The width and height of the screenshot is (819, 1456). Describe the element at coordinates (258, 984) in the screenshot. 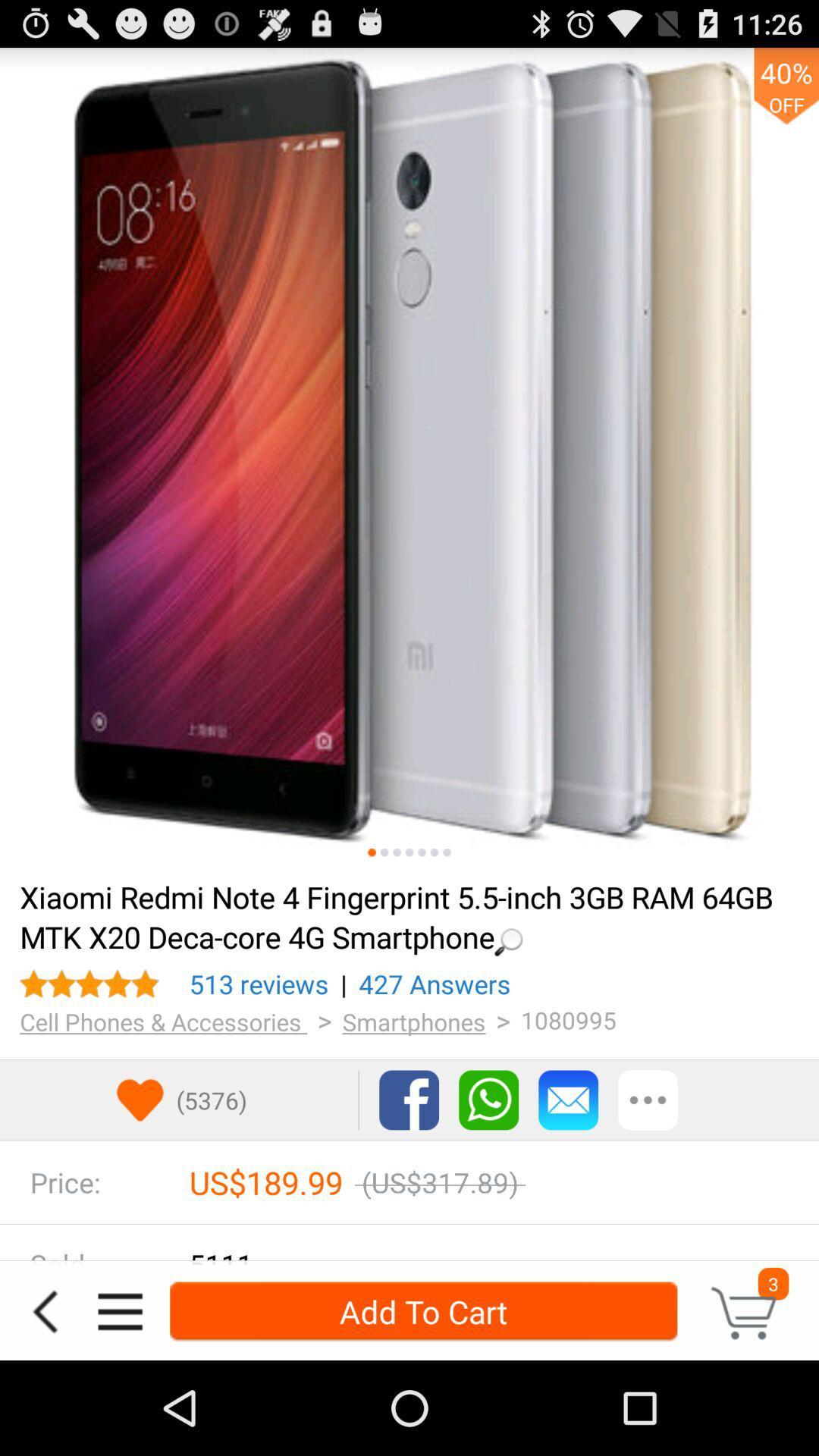

I see `the item above > app` at that location.